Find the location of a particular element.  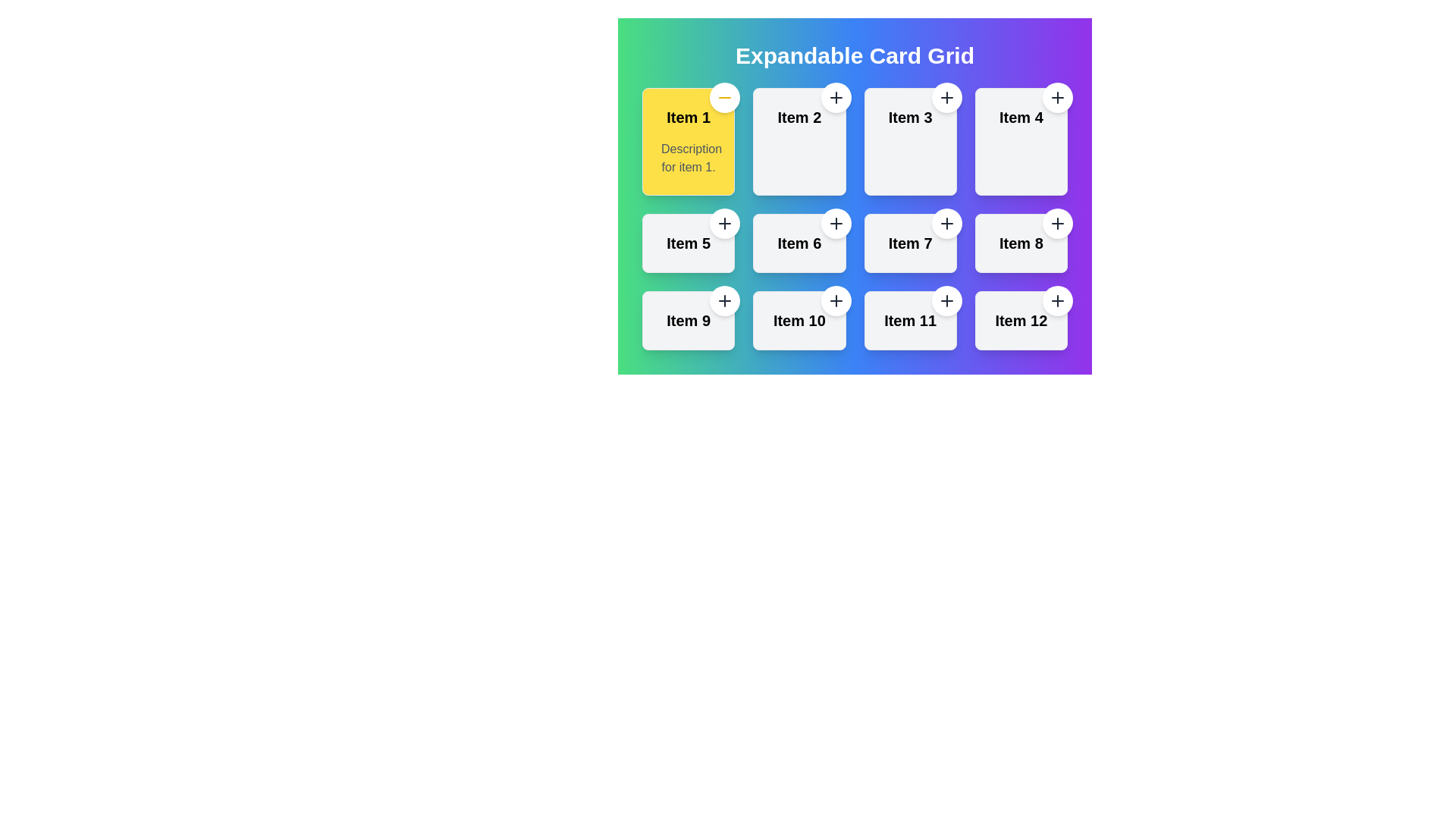

the plus icon button located at the top-right corner of the 'Item 10' card for keyboard navigation or accessibility purposes is located at coordinates (835, 301).